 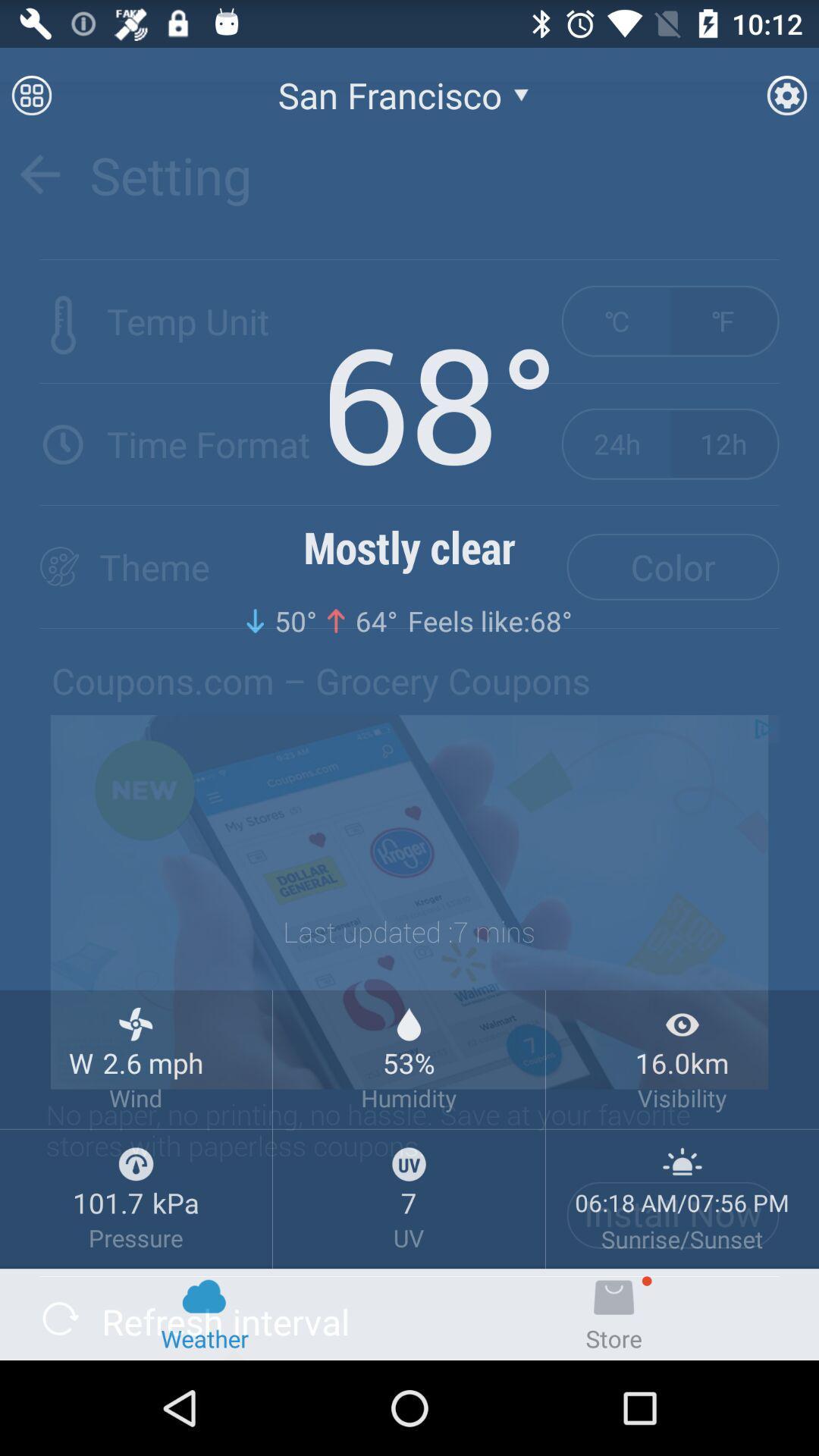 I want to click on the dialpad icon, so click(x=32, y=101).